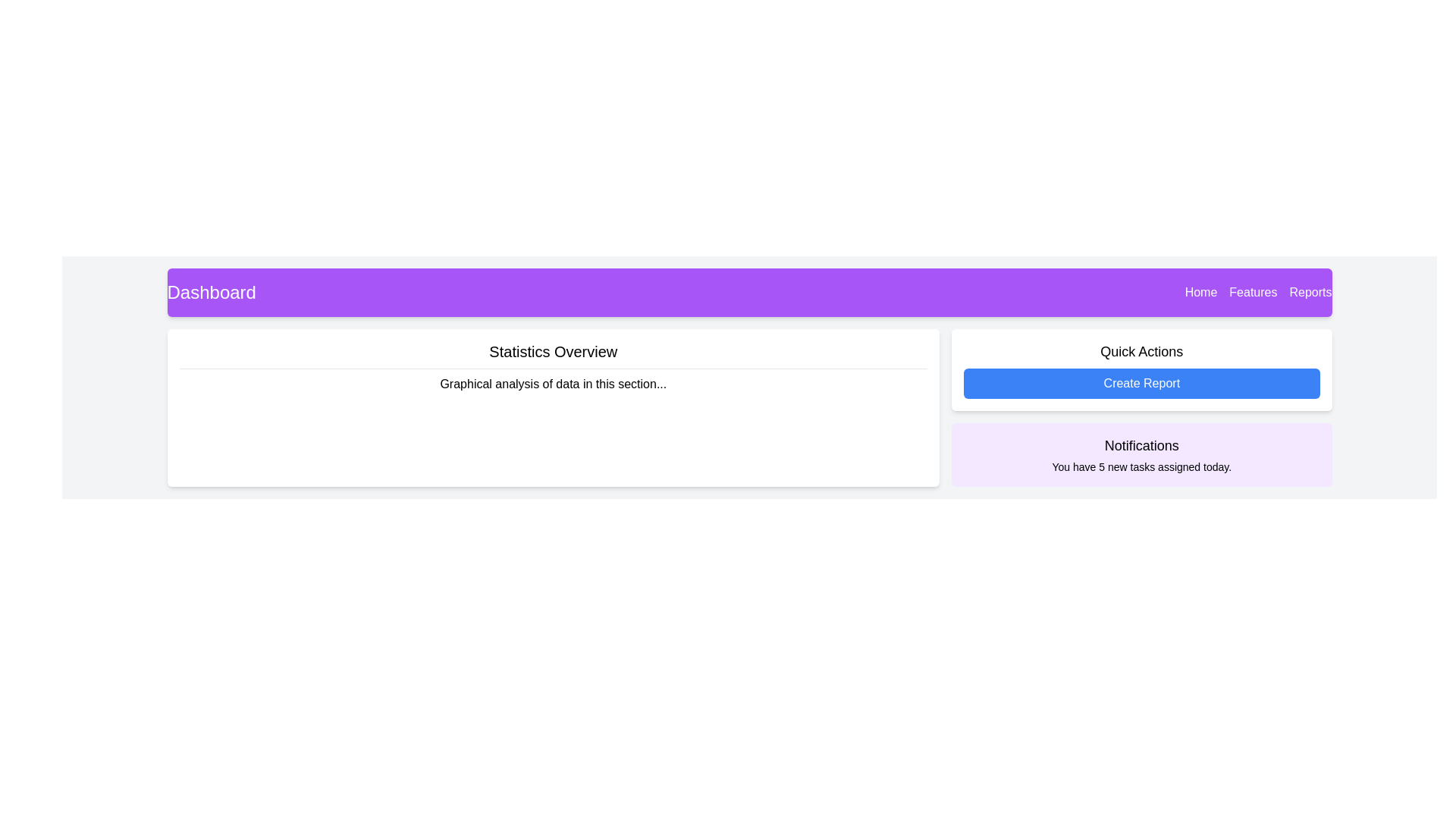 The height and width of the screenshot is (819, 1456). I want to click on the bold text label displaying 'Quick Actions', located in the top-right region of the main content area, so click(1141, 351).